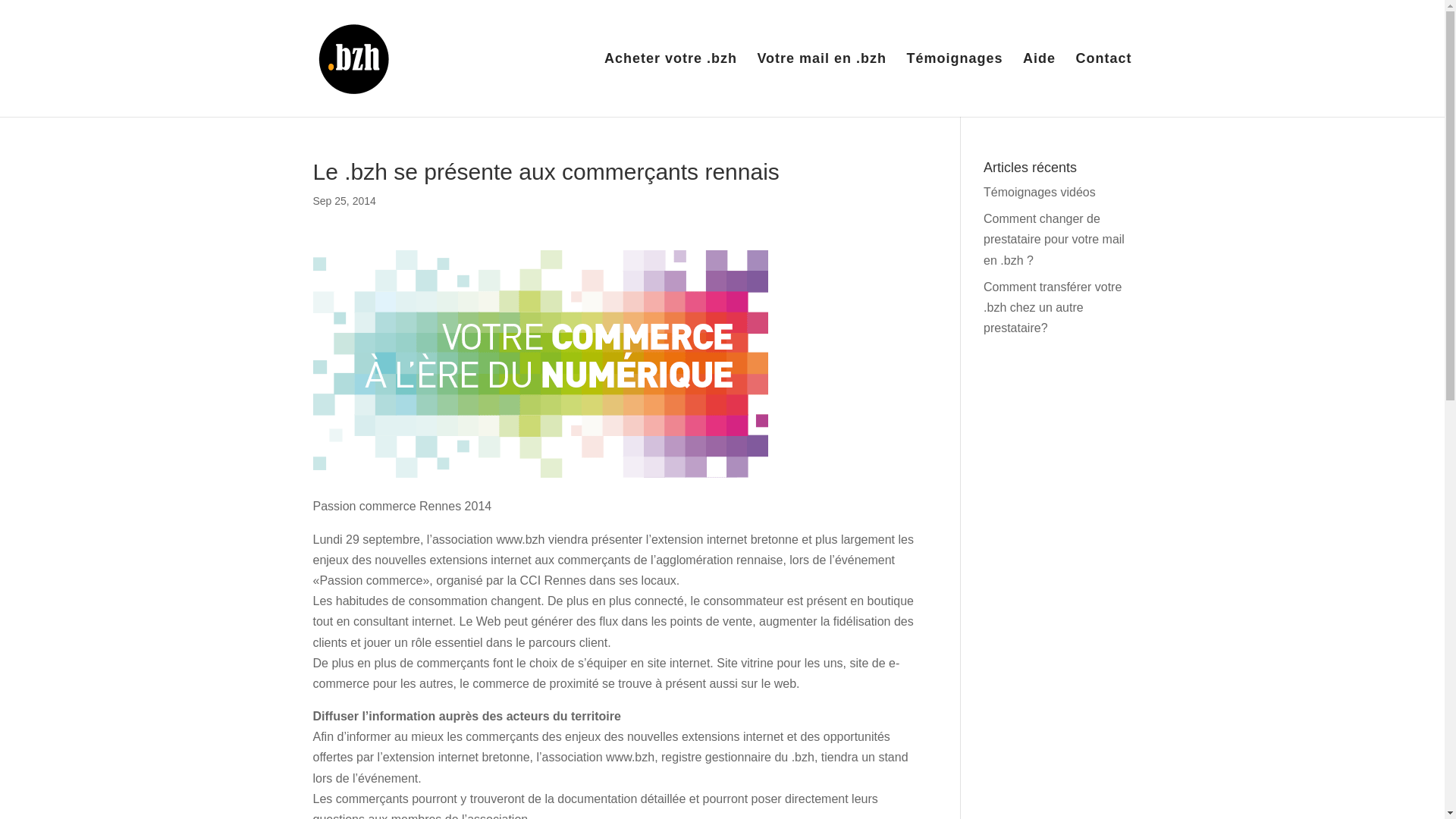  Describe the element at coordinates (1053, 239) in the screenshot. I see `'Comment changer de prestataire pour votre mail en .bzh ?'` at that location.